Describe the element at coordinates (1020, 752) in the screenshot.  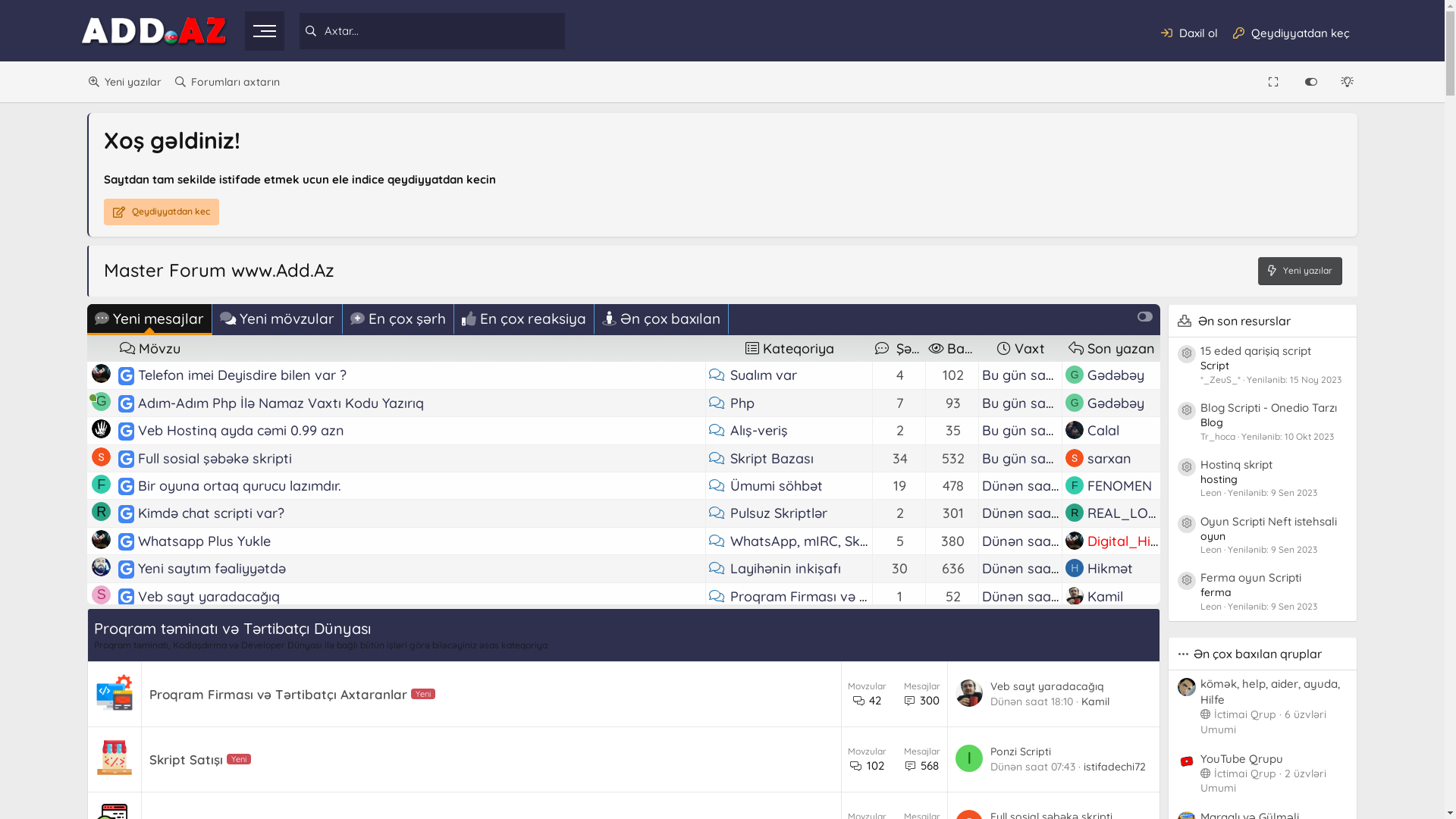
I see `'Ponzi Scripti'` at that location.